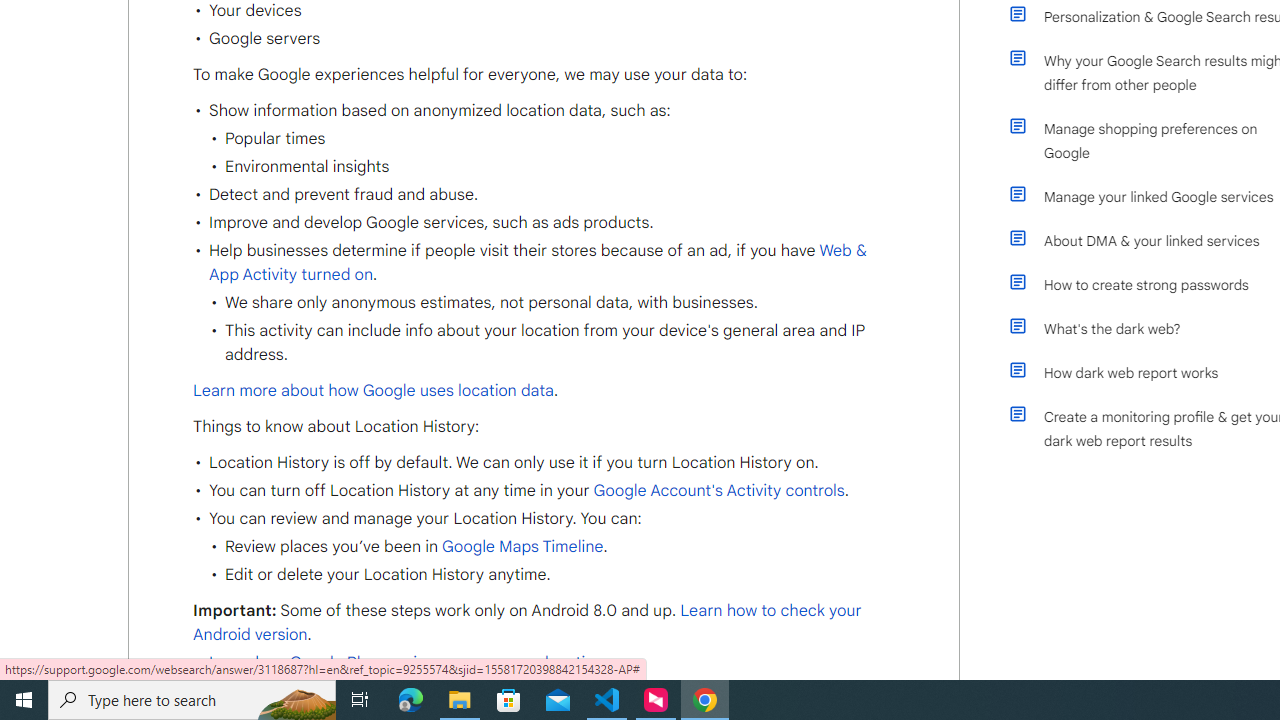 Image resolution: width=1280 pixels, height=720 pixels. I want to click on 'Google Maps Timeline', so click(522, 547).